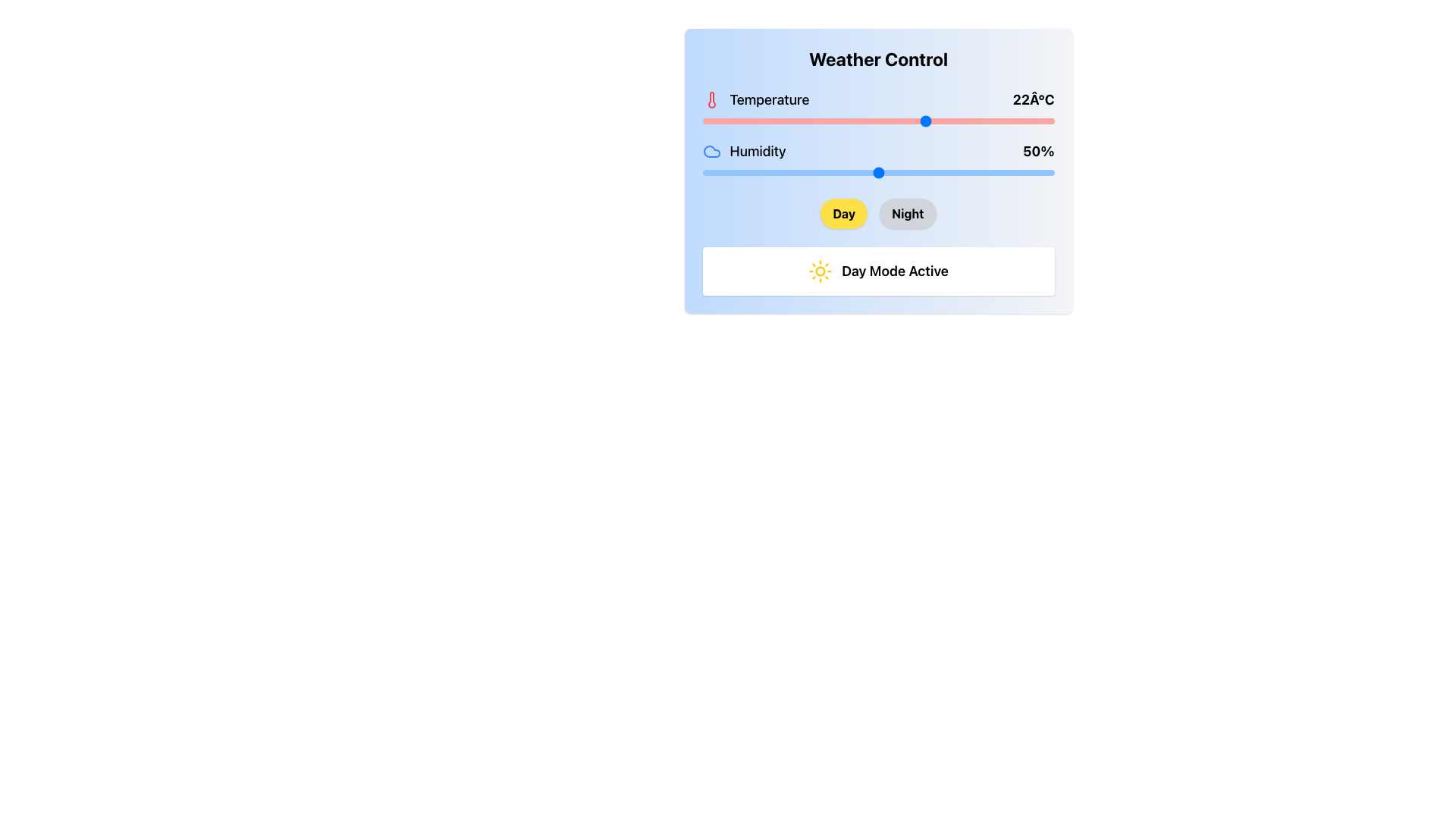 This screenshot has width=1456, height=819. Describe the element at coordinates (908, 213) in the screenshot. I see `the night mode toggle button located in the horizontal button group below the 'Temperature' and 'Humidity' sliders, which is the second button from the left` at that location.